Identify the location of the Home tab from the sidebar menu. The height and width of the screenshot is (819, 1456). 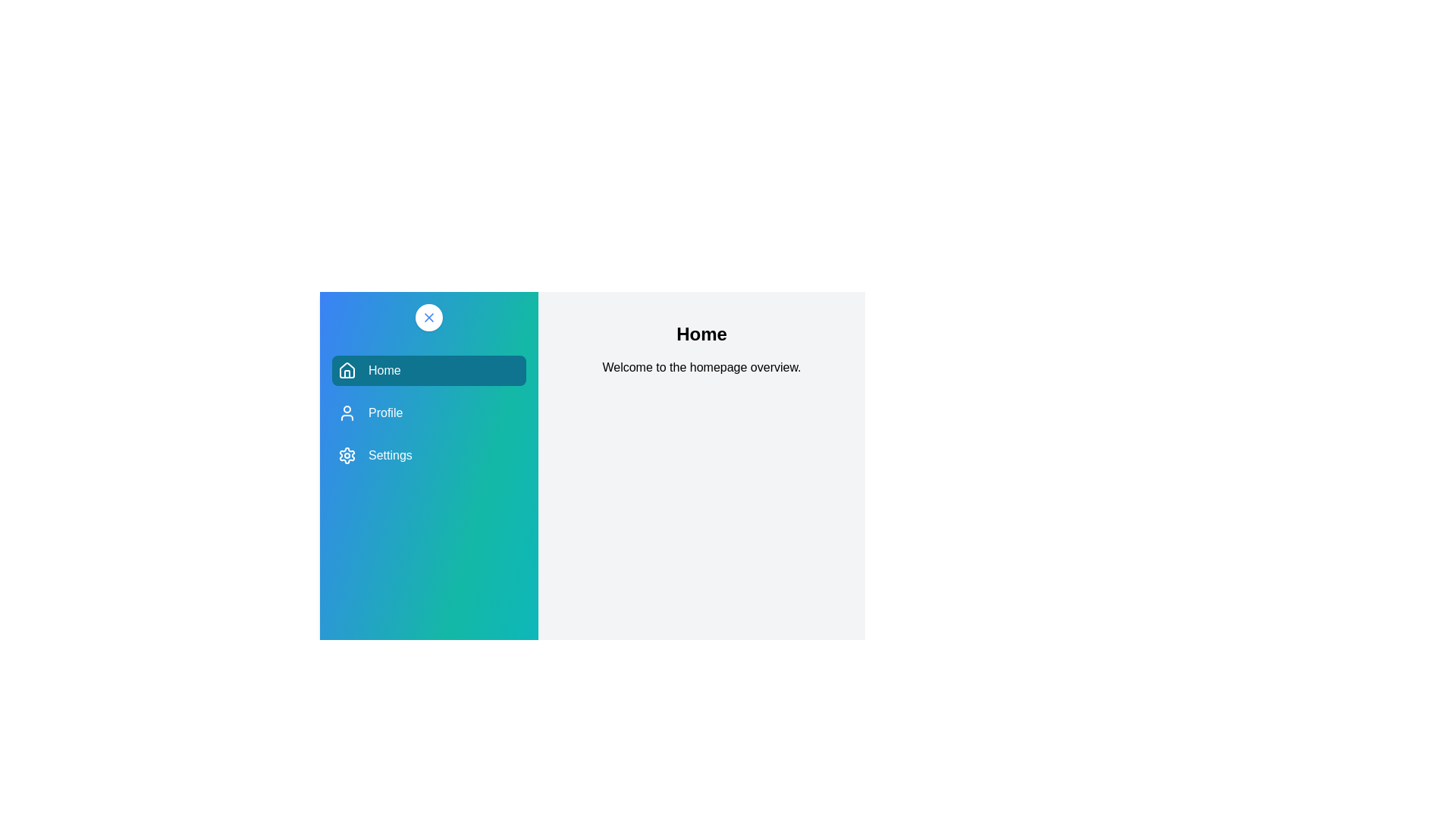
(428, 371).